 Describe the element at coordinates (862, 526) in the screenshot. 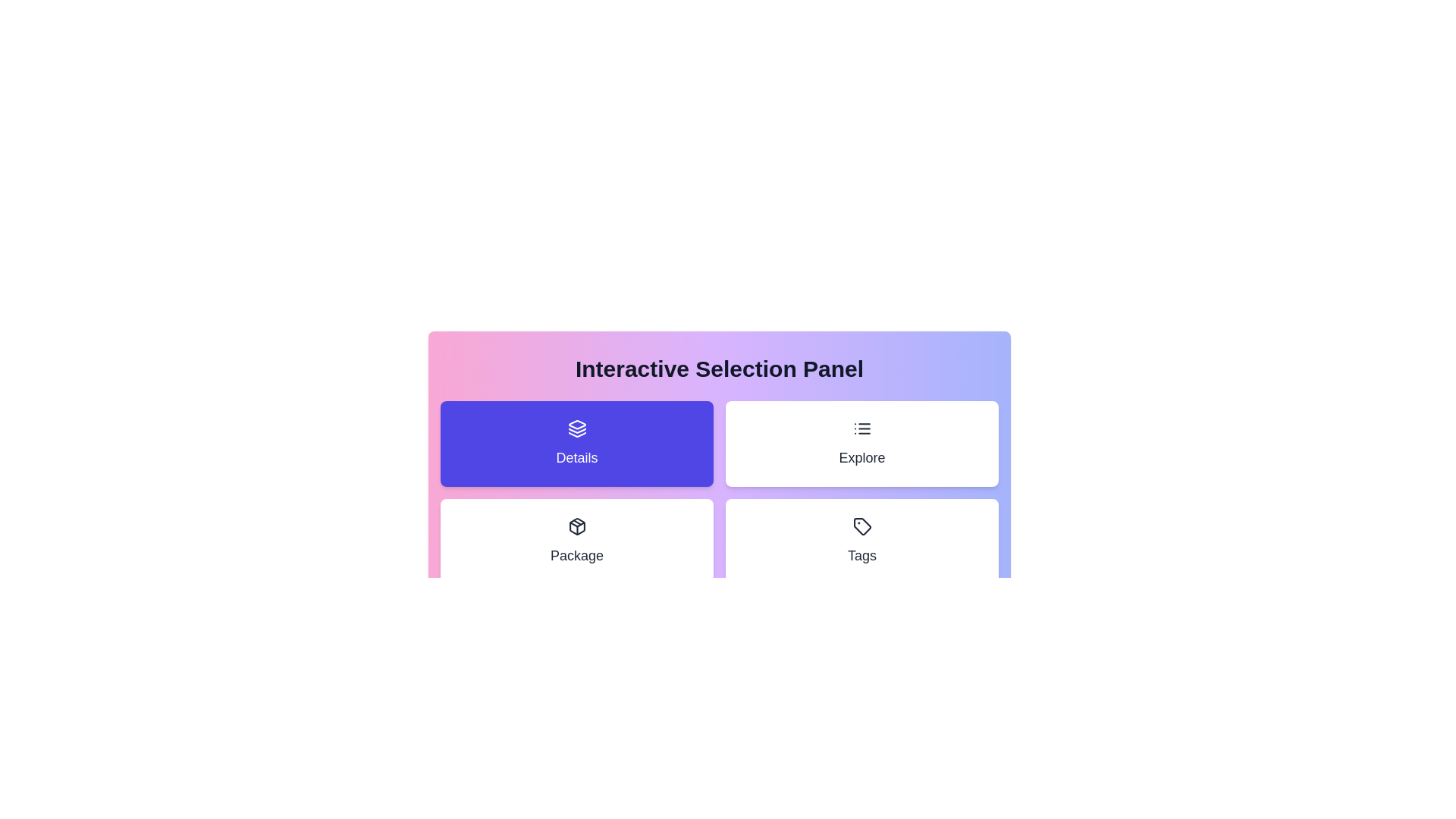

I see `the graphical icon representing a tag symbol, which is located in the bottom-right option labeled 'Tags' within a four-option interactive panel` at that location.